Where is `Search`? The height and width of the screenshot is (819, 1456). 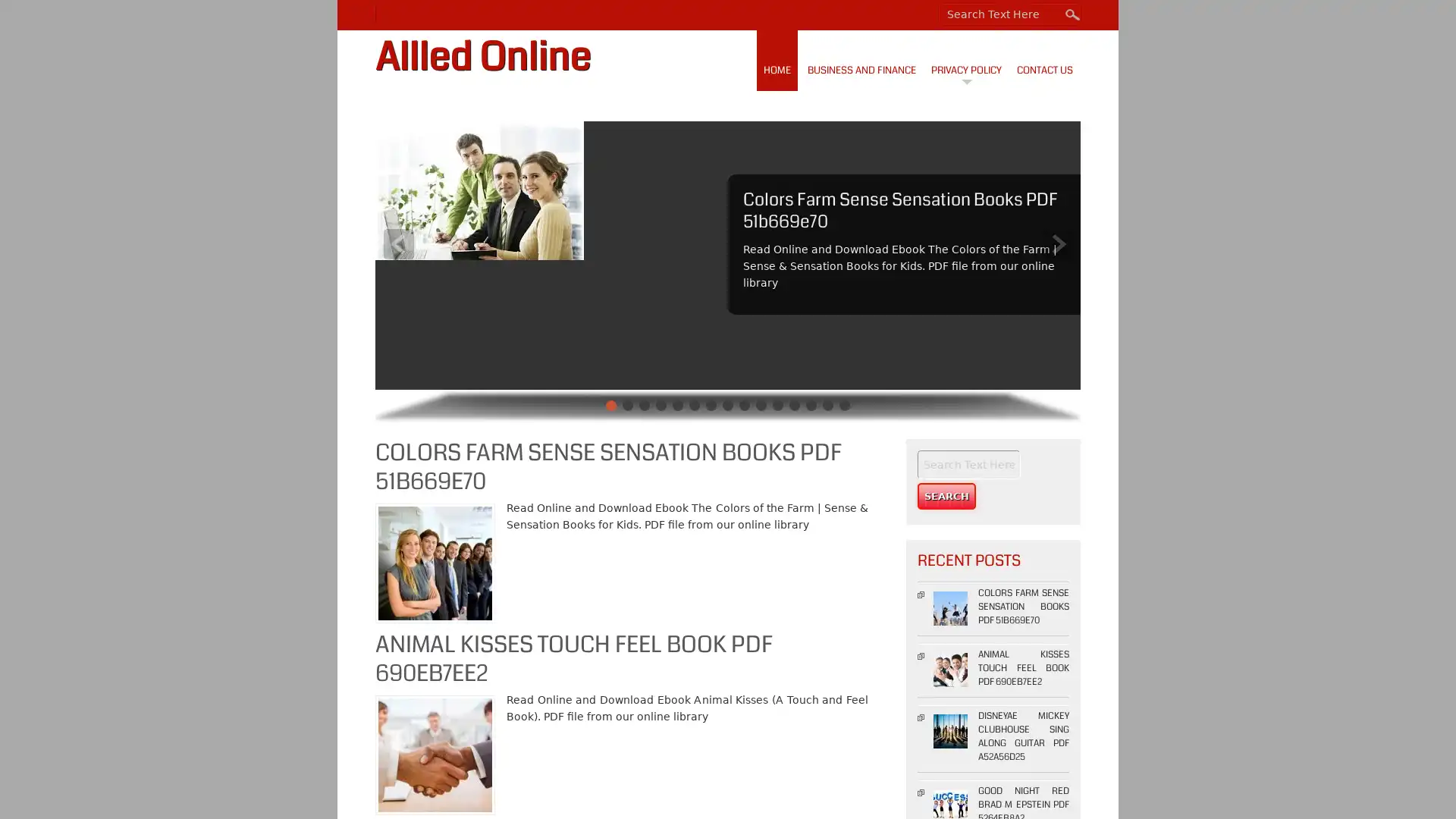
Search is located at coordinates (946, 496).